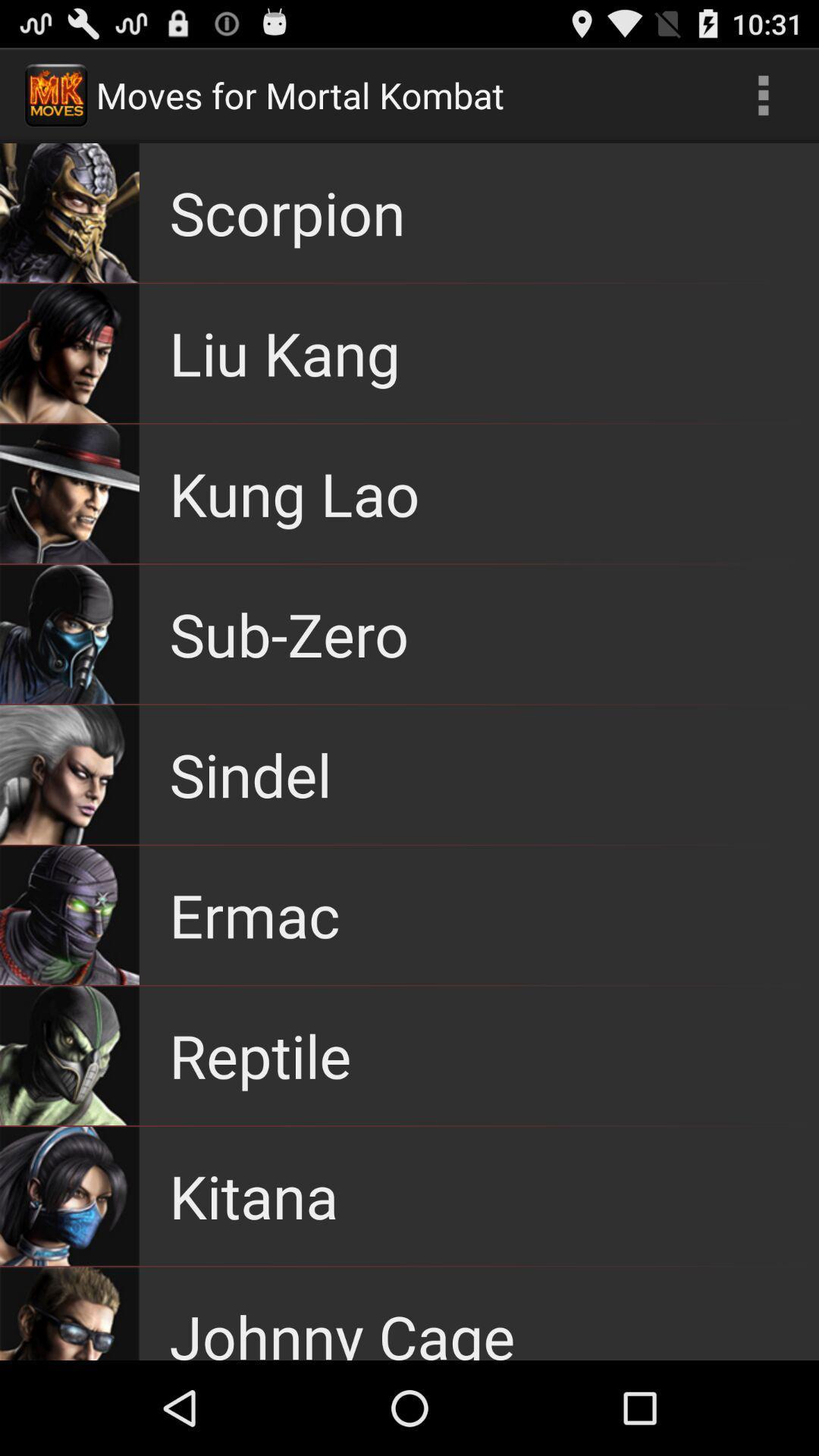 The width and height of the screenshot is (819, 1456). Describe the element at coordinates (253, 914) in the screenshot. I see `the item above the reptile` at that location.